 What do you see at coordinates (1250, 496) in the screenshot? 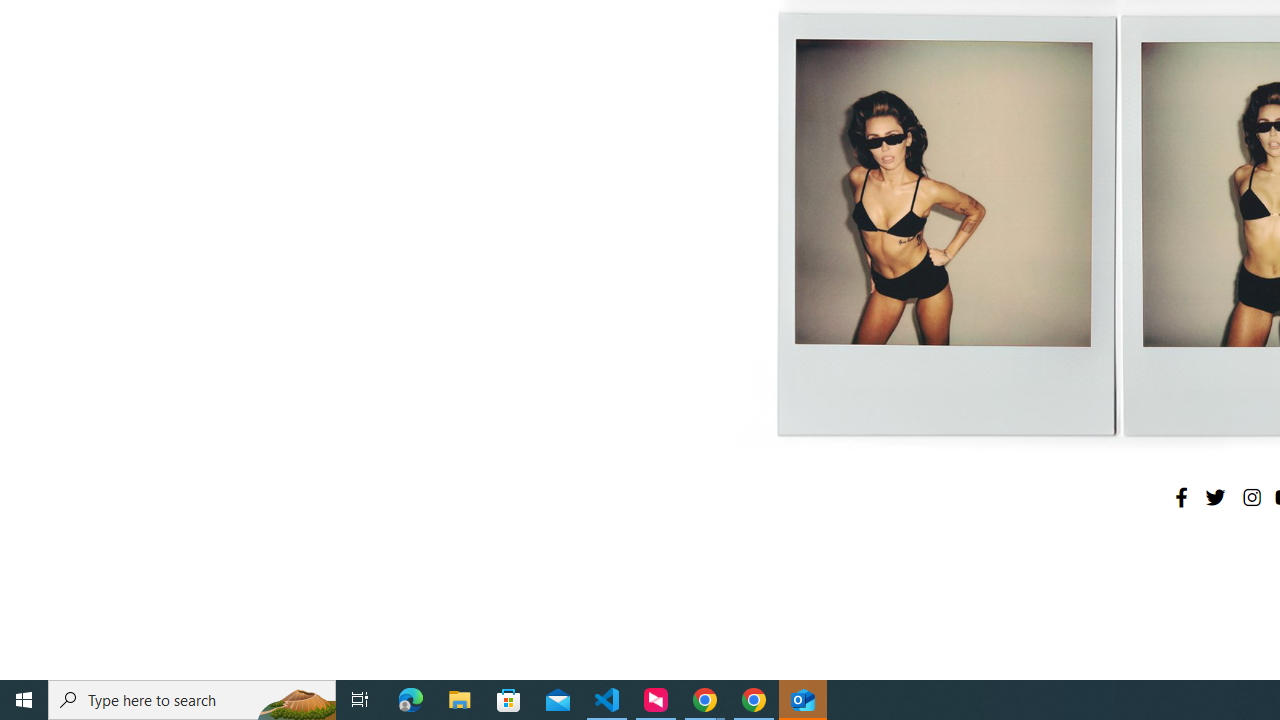
I see `'Instagram'` at bounding box center [1250, 496].